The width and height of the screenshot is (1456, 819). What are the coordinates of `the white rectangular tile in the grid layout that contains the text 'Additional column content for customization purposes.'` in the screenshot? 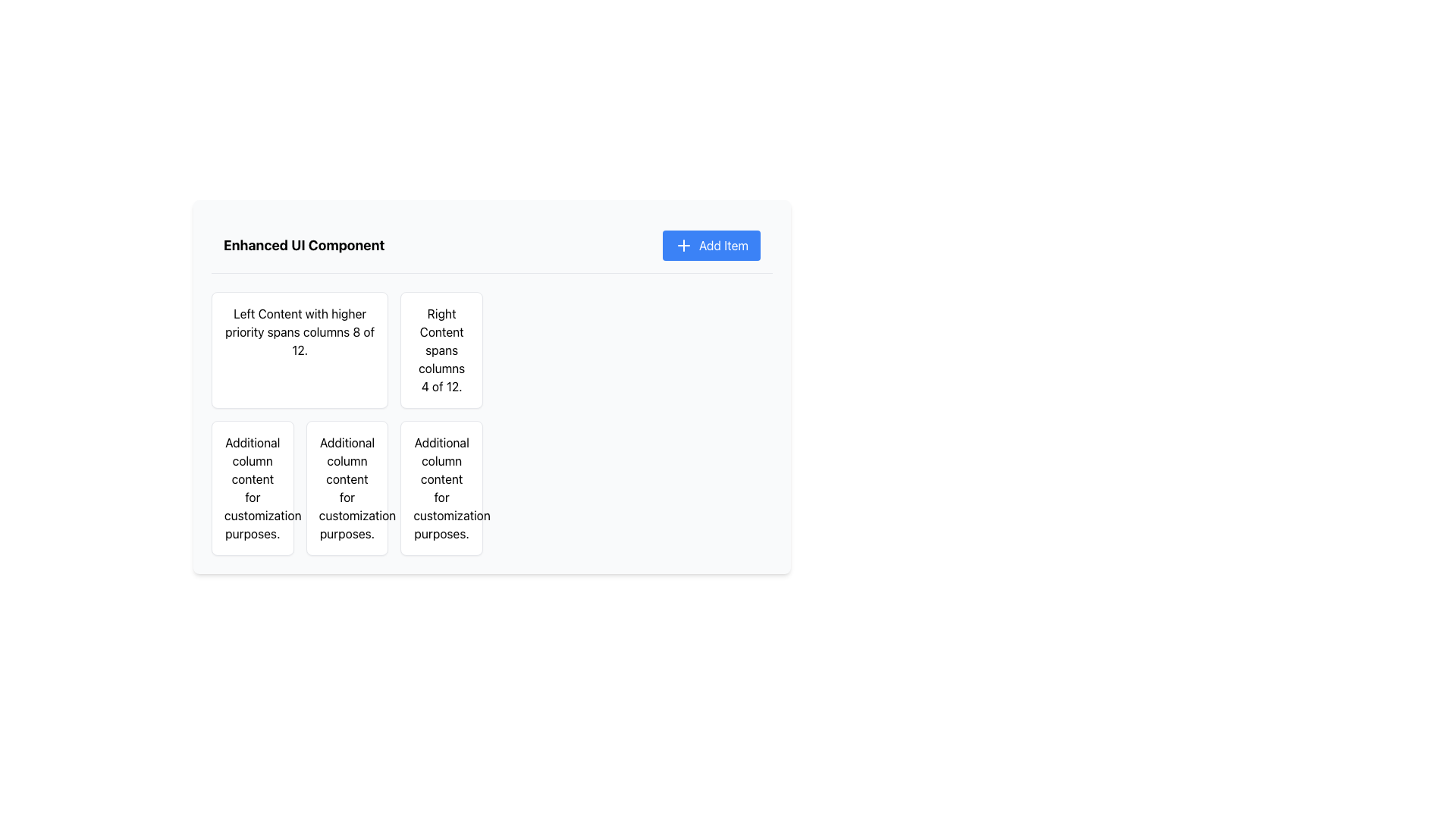 It's located at (346, 488).